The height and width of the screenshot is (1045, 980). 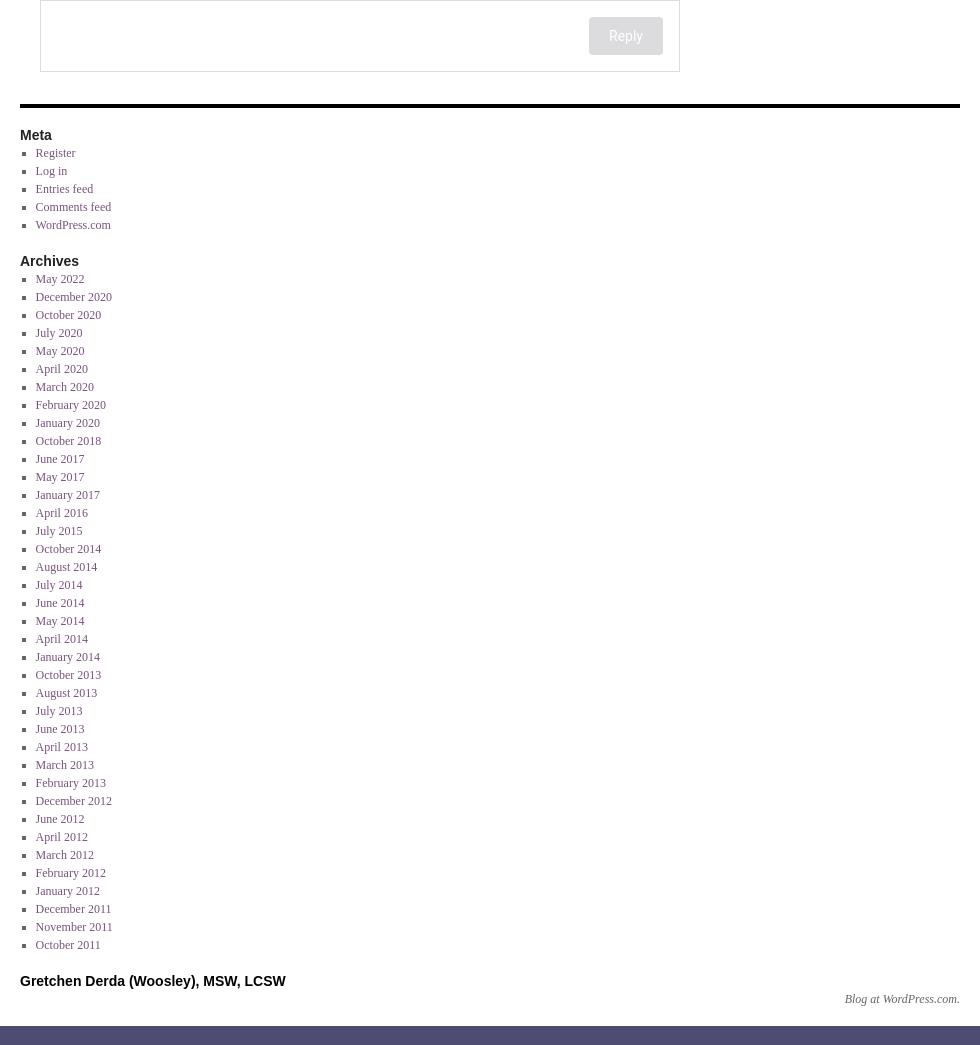 I want to click on 'May 2022', so click(x=59, y=278).